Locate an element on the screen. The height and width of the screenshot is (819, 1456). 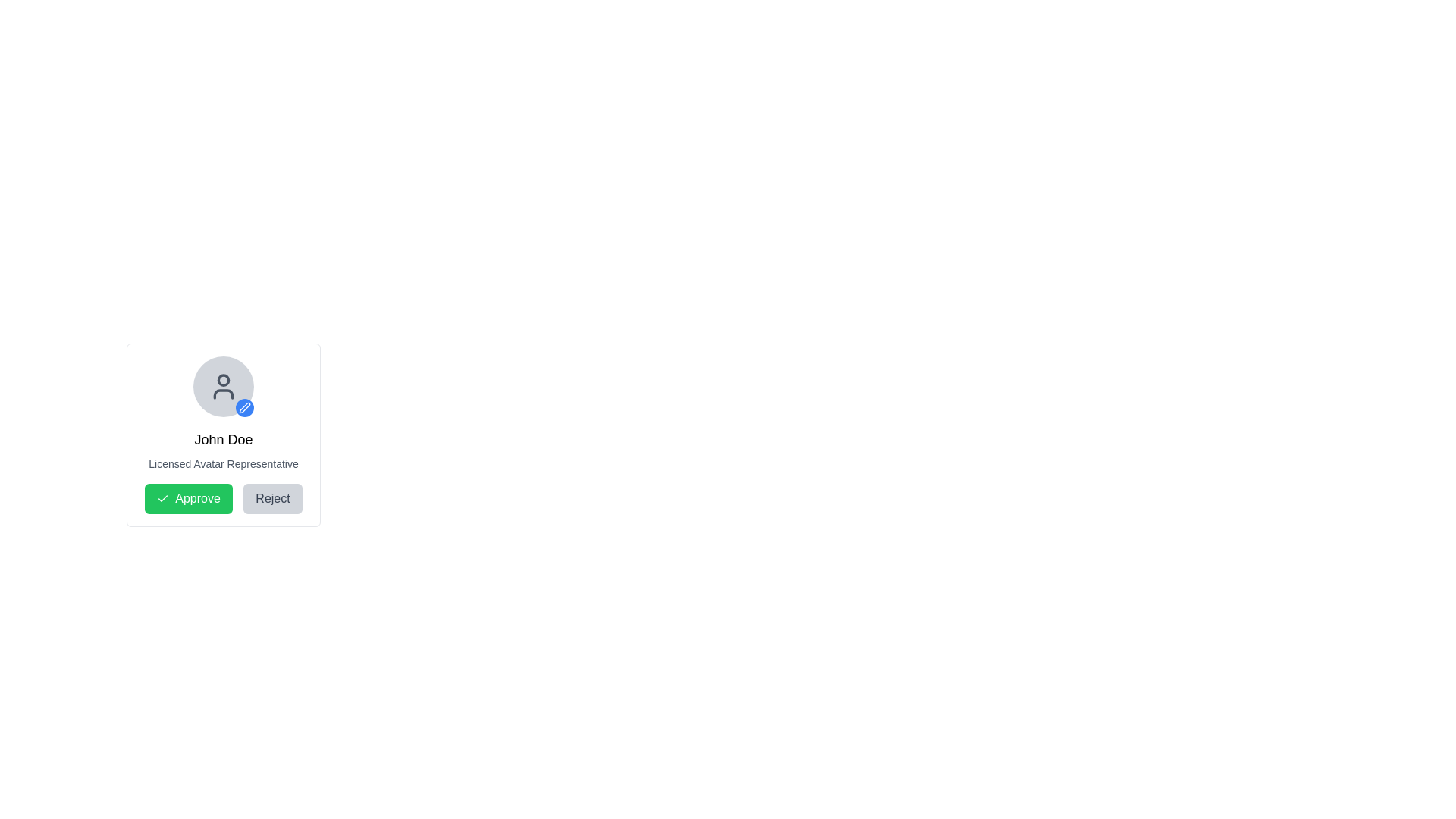
the edit icon located at the bottom-right corner of the circular profile image in the user card to initiate an edit action is located at coordinates (244, 406).